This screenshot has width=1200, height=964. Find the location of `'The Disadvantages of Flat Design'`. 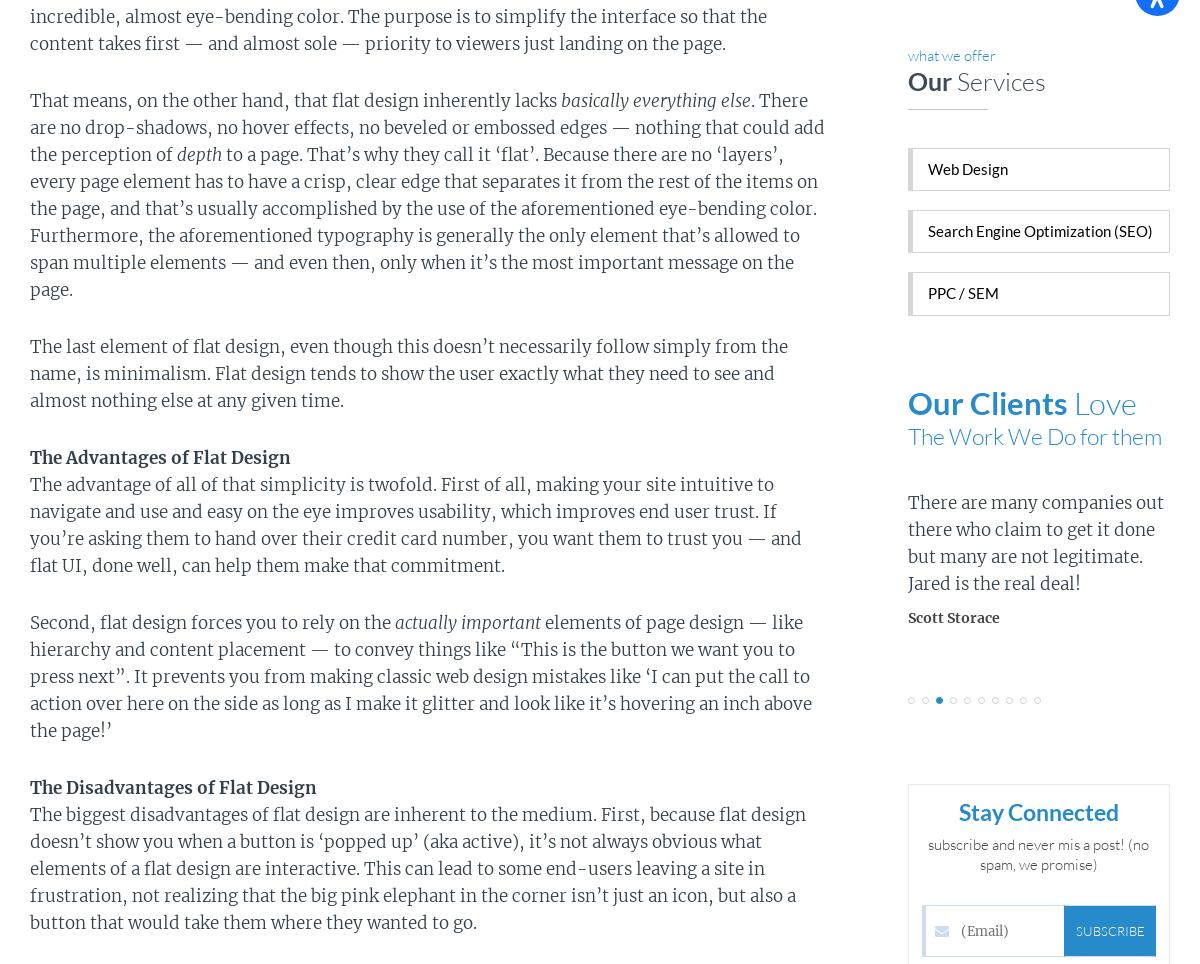

'The Disadvantages of Flat Design' is located at coordinates (30, 787).